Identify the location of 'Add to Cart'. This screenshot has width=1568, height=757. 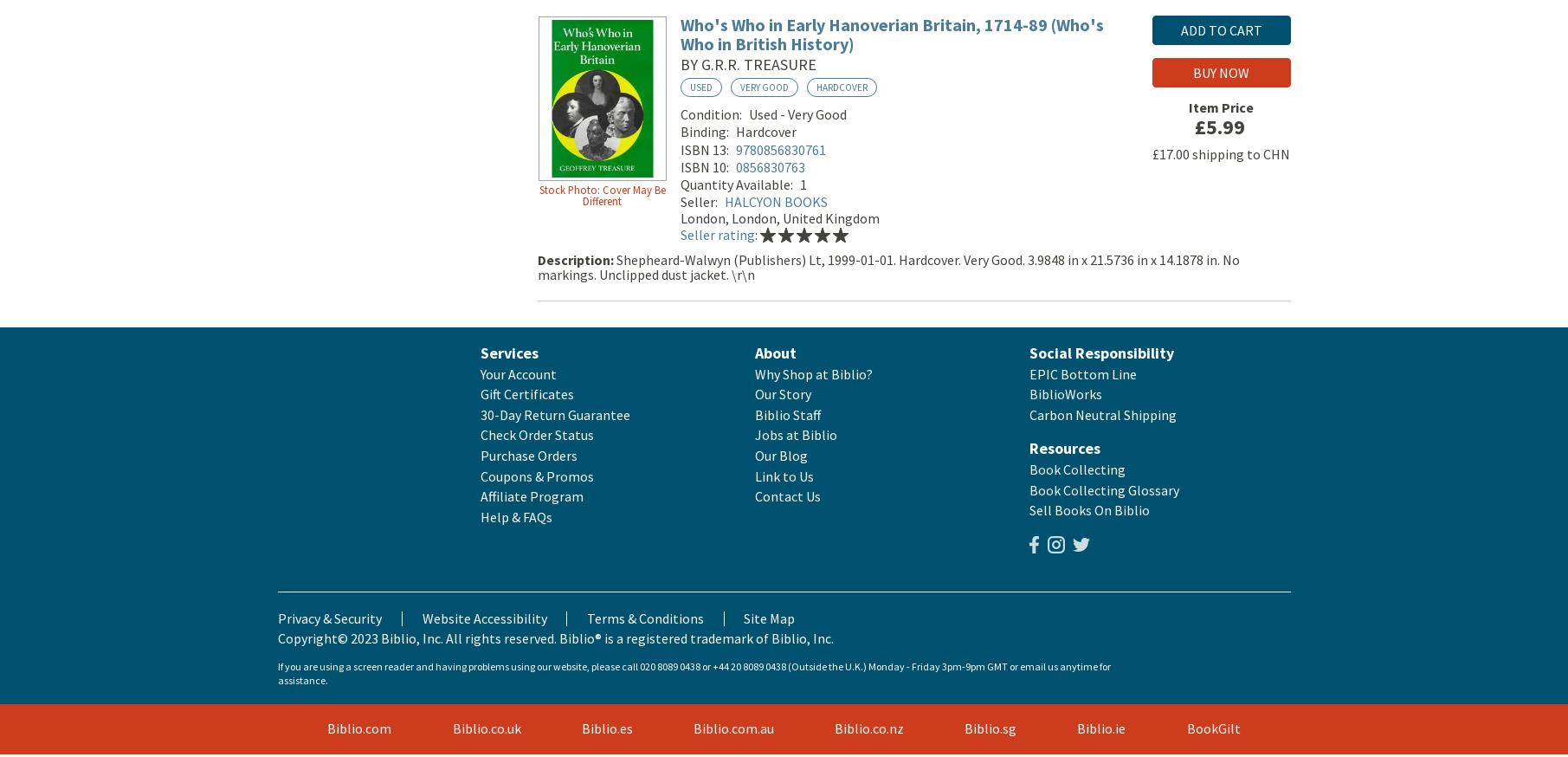
(1221, 32).